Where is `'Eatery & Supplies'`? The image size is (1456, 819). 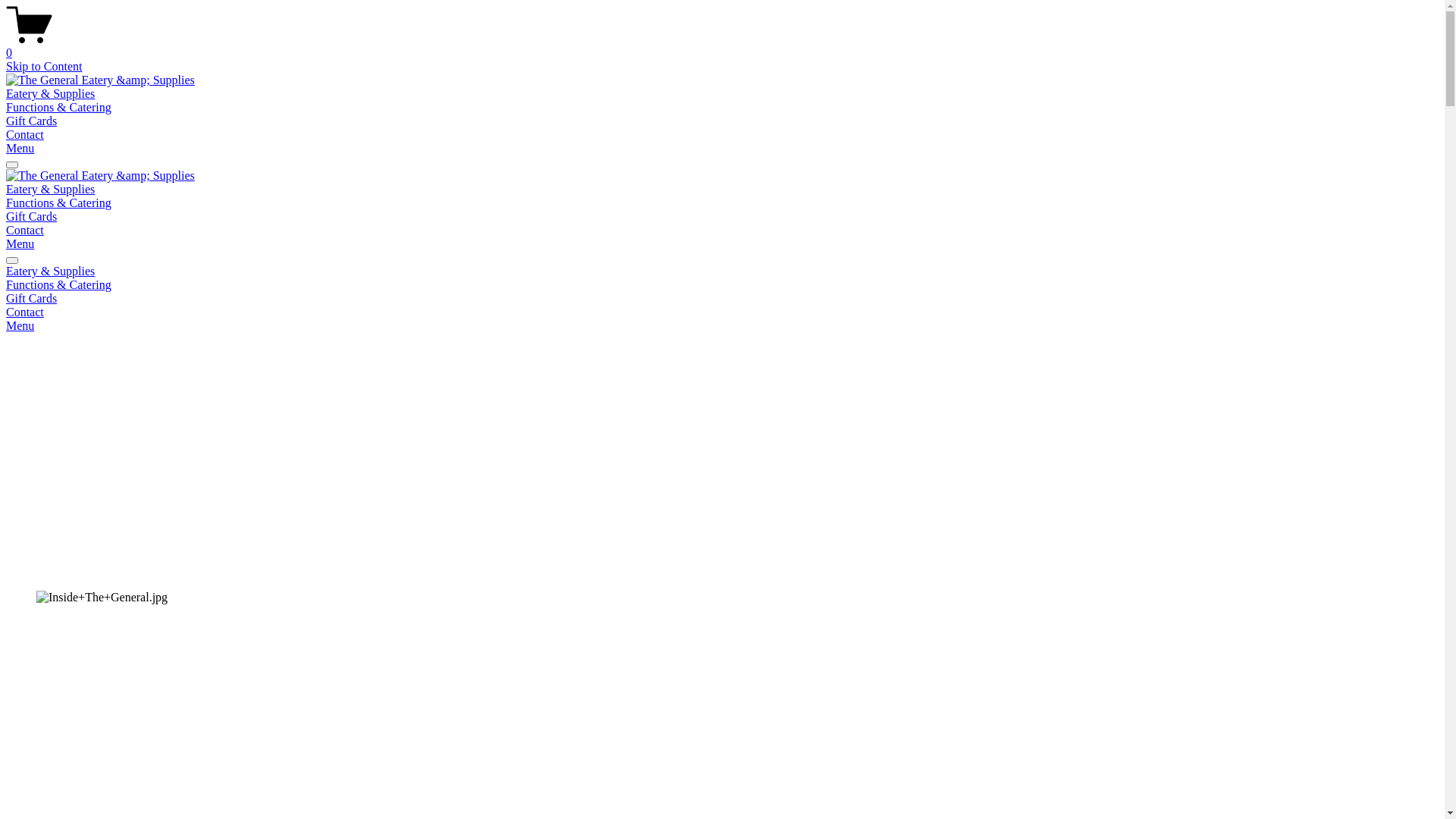
'Eatery & Supplies' is located at coordinates (6, 271).